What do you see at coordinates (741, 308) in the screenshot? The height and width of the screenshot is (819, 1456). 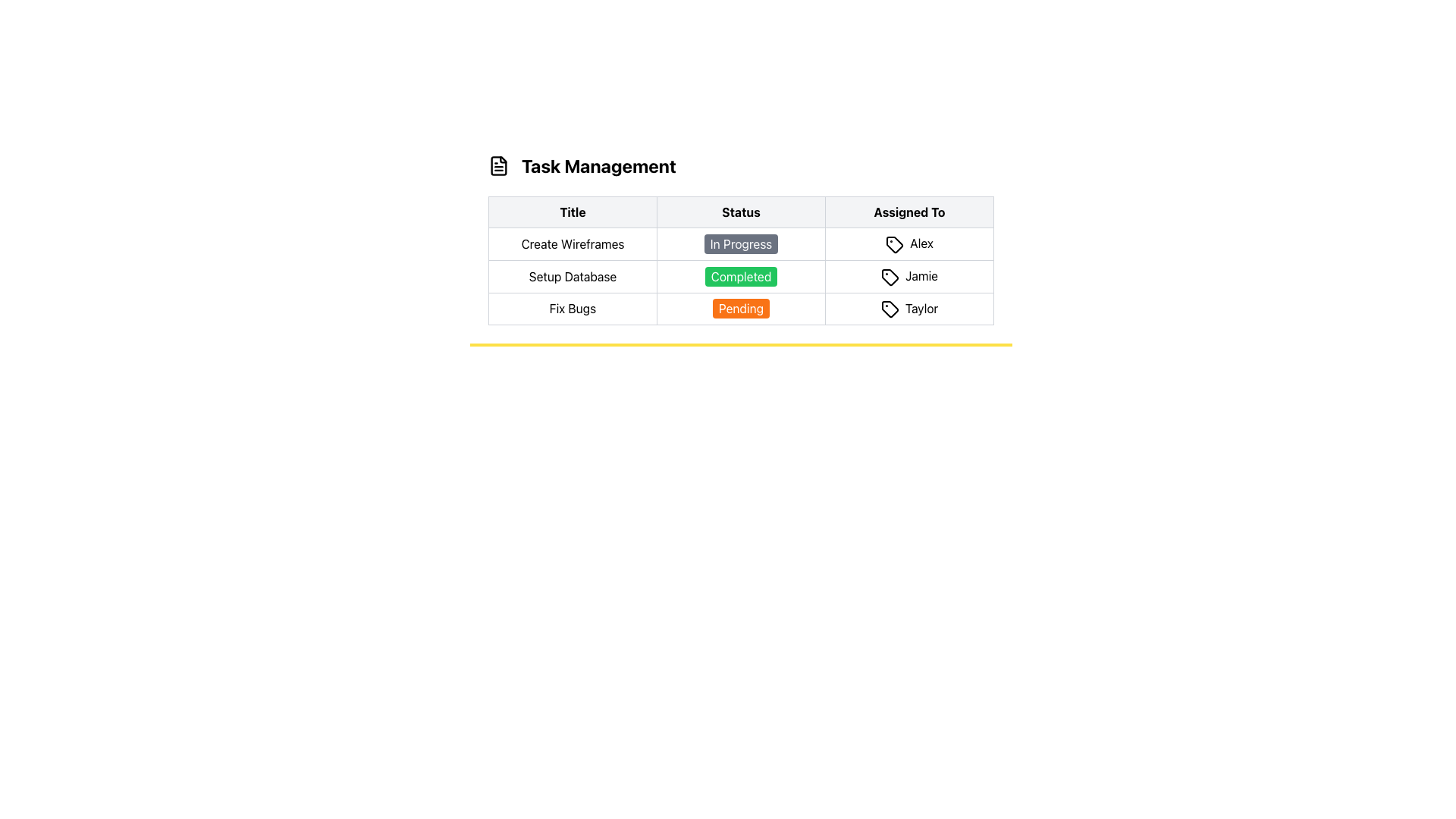 I see `the 'Pending' status label in the third row of the 'Status' column for the 'Fix Bugs' task, which is adjacent to 'Assigned To' entry 'Taylor'` at bounding box center [741, 308].